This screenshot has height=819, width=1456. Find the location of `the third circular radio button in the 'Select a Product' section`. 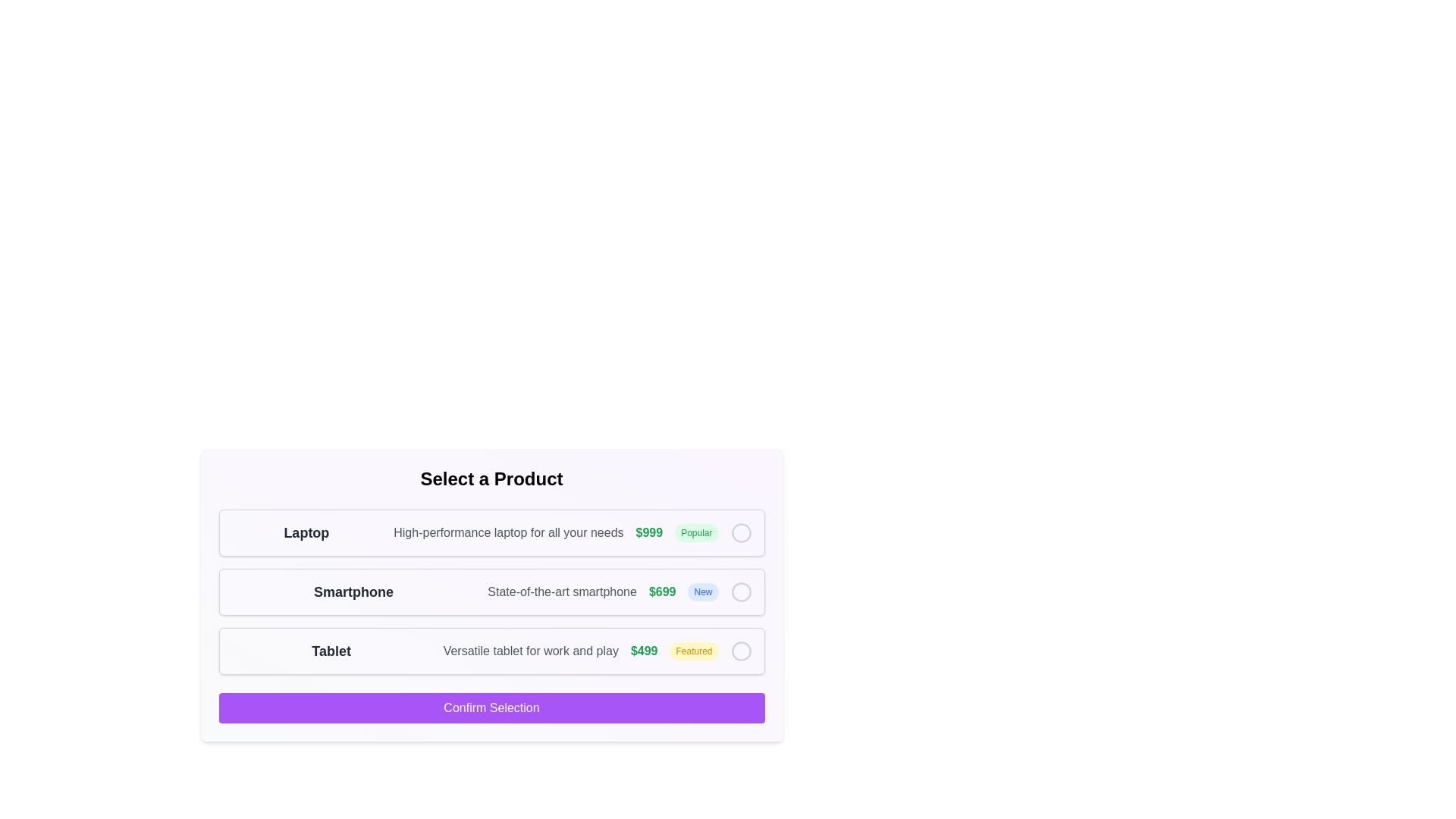

the third circular radio button in the 'Select a Product' section is located at coordinates (741, 651).